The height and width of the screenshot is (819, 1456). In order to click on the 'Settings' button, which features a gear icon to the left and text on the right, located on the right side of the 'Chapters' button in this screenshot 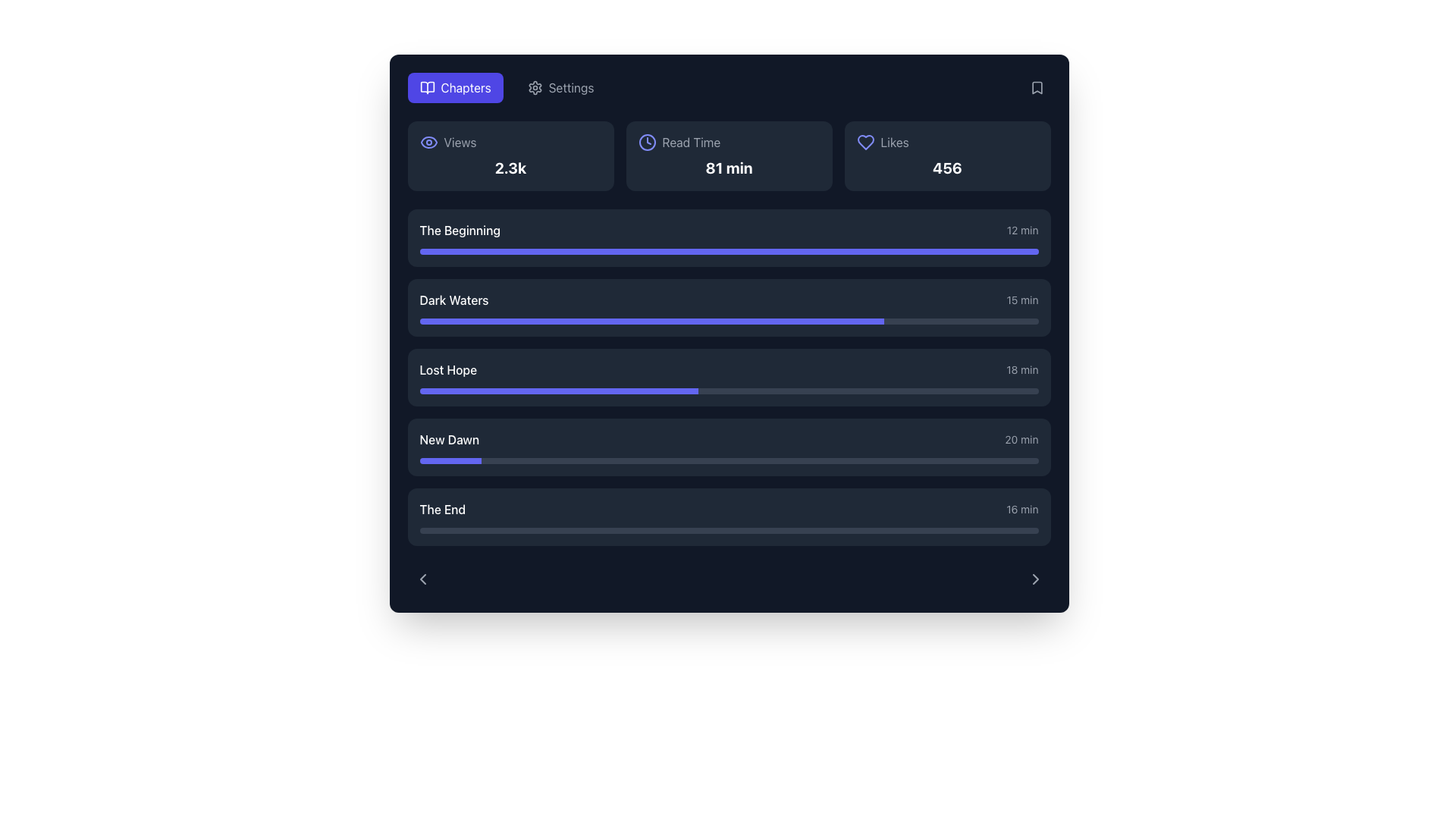, I will do `click(560, 87)`.